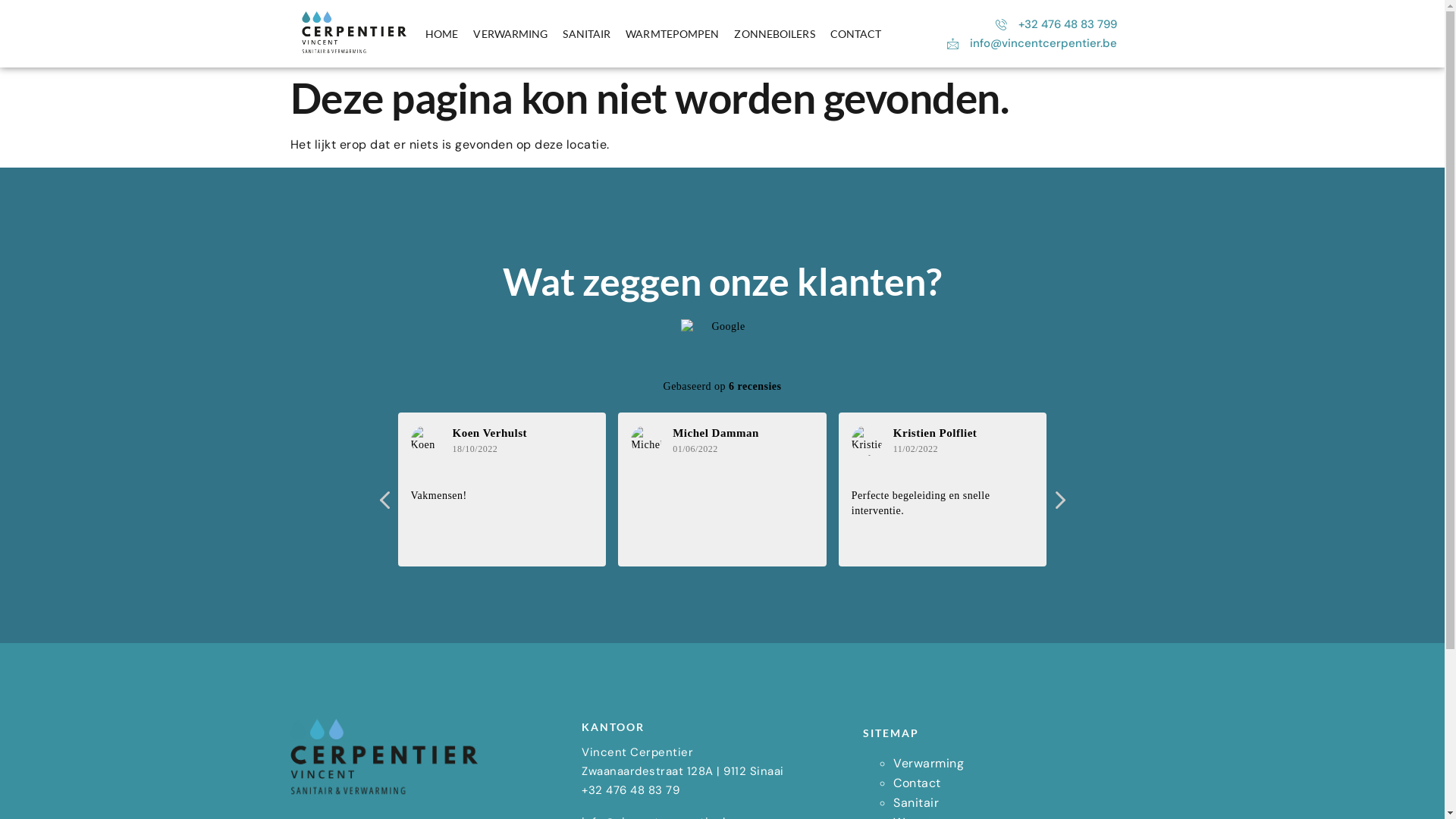  What do you see at coordinates (510, 34) in the screenshot?
I see `'VERWARMING'` at bounding box center [510, 34].